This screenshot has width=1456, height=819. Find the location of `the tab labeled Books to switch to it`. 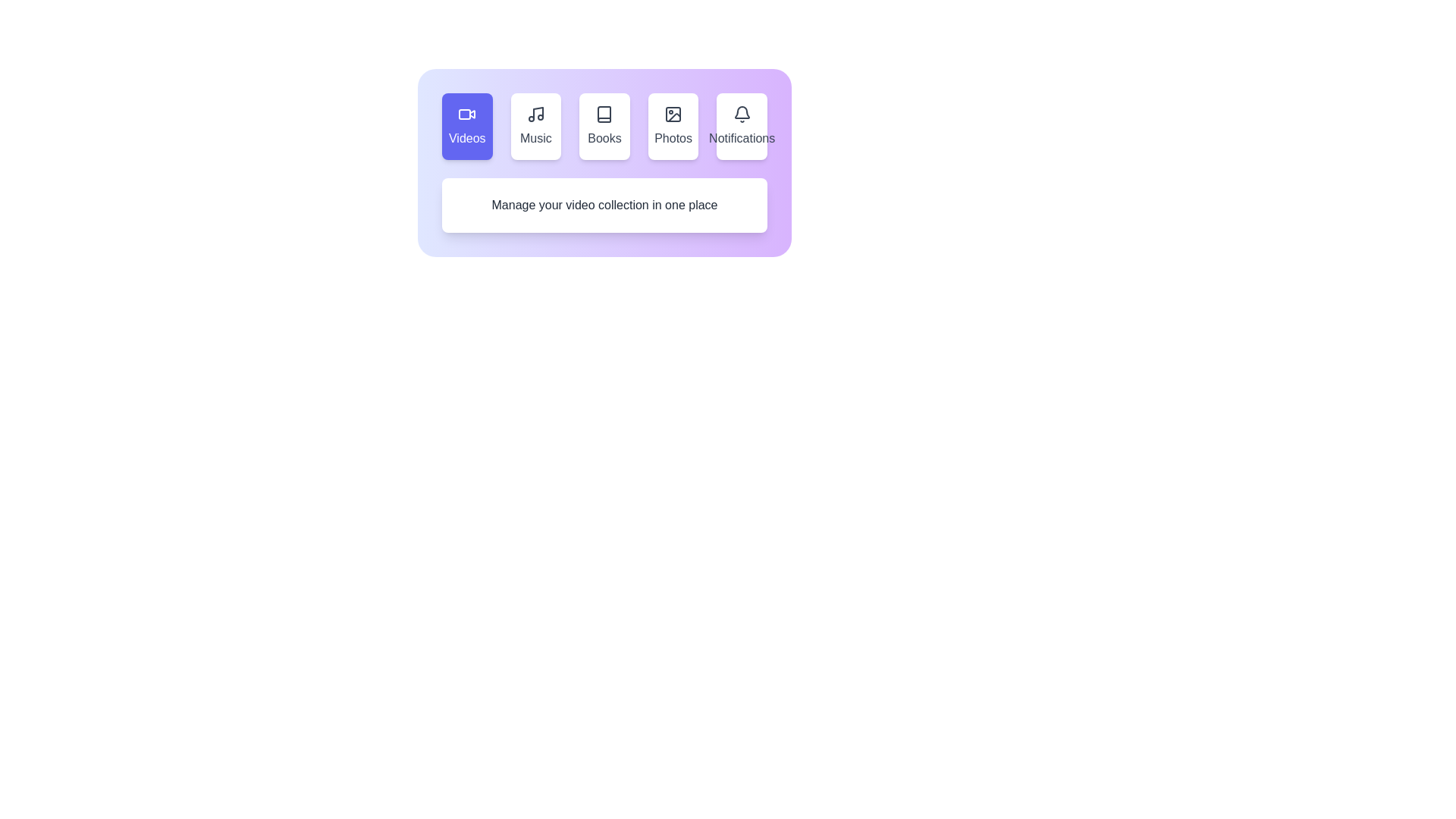

the tab labeled Books to switch to it is located at coordinates (603, 125).